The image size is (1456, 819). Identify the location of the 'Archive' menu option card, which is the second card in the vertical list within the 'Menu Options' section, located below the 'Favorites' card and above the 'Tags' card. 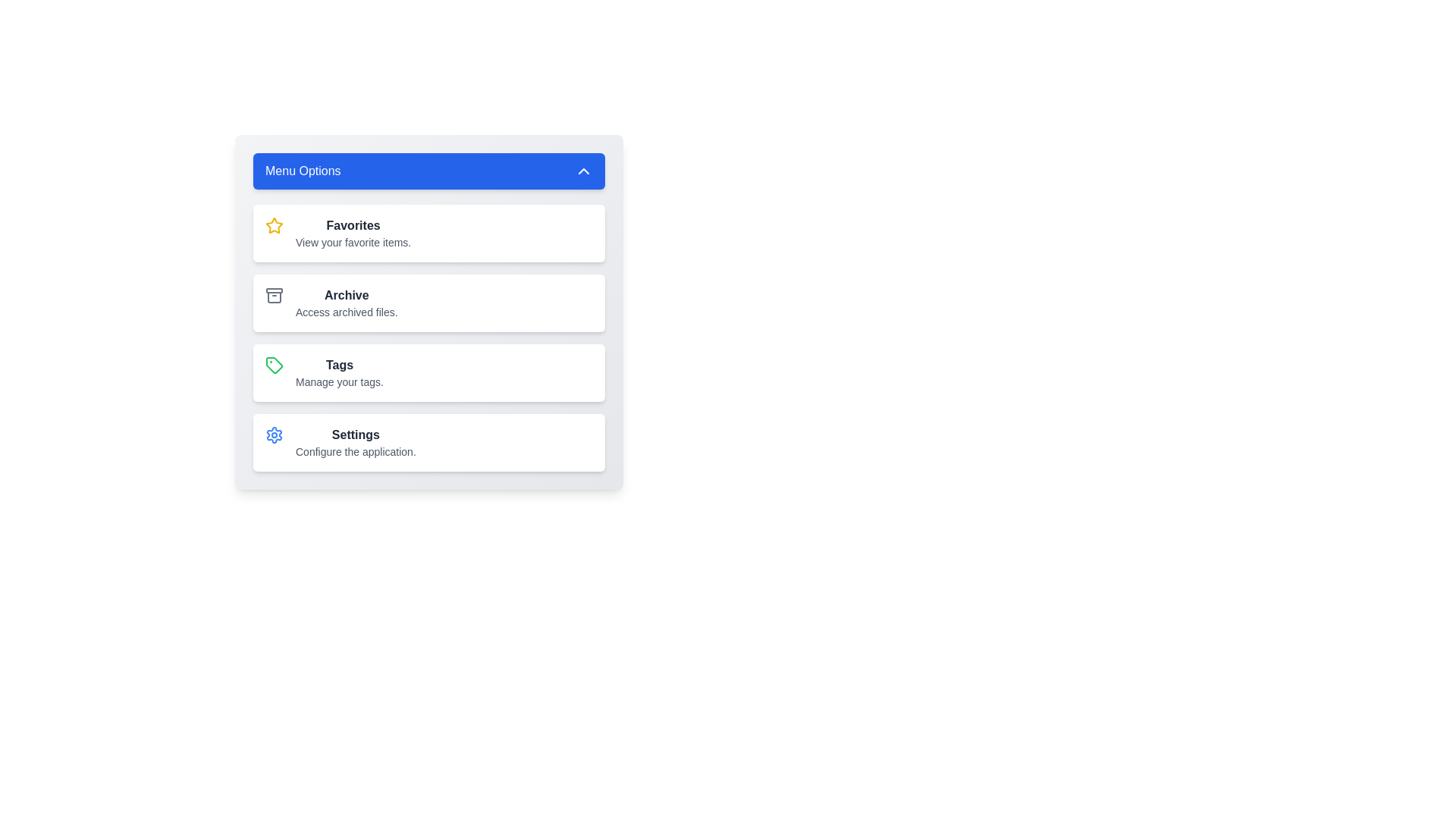
(428, 303).